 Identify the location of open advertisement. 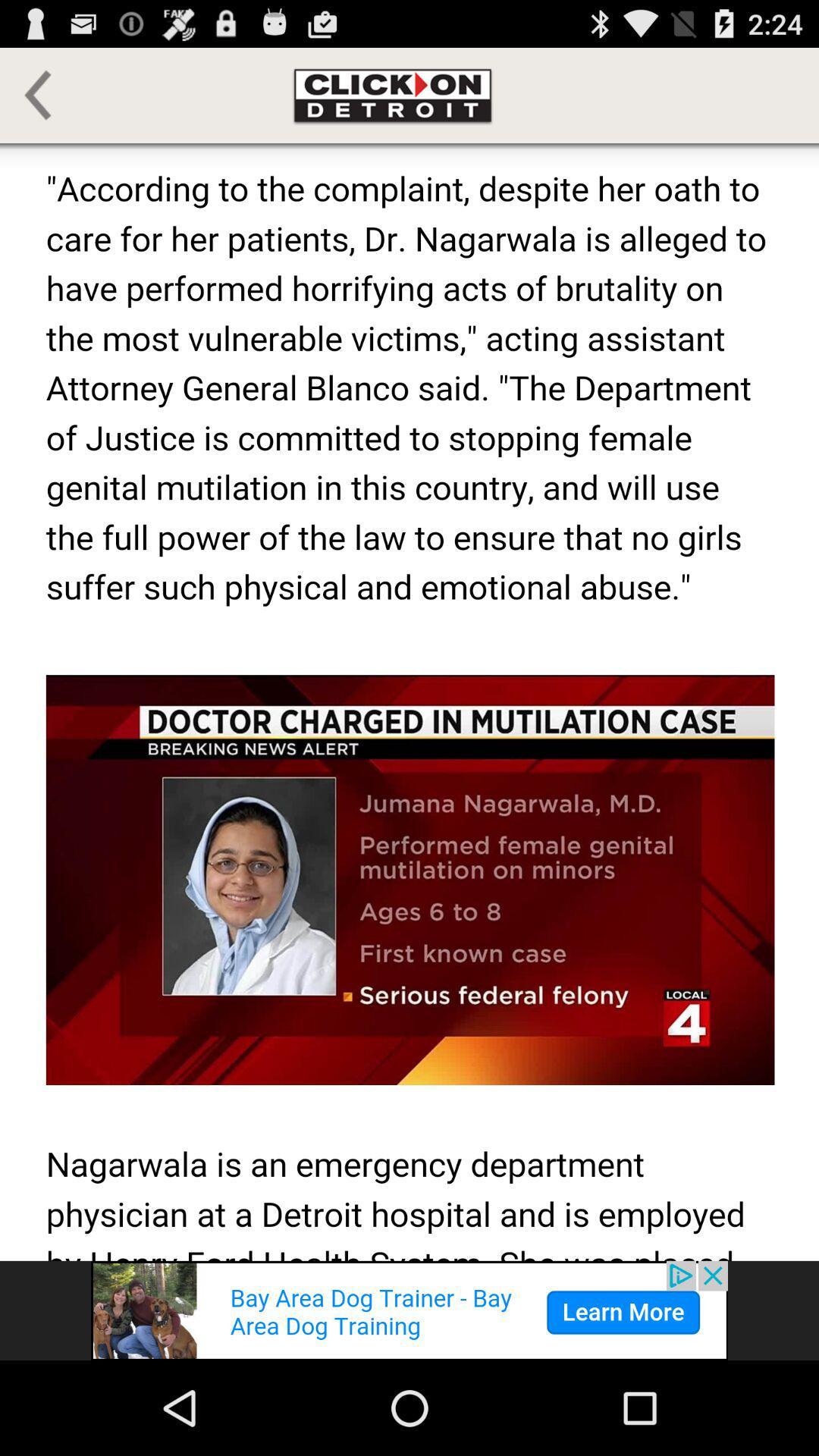
(409, 1310).